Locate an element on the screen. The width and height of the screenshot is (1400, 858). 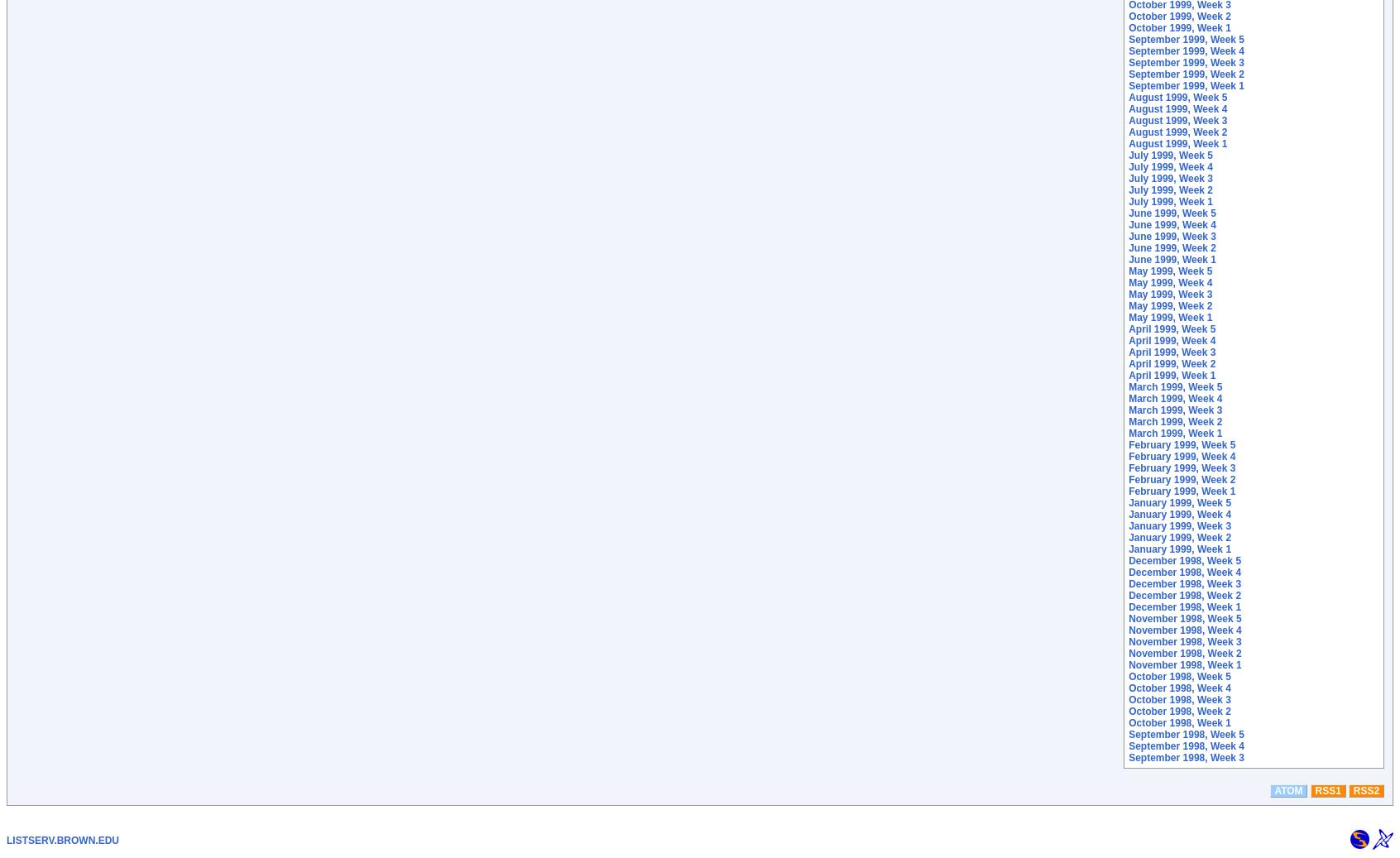
'March 1999, Week 2' is located at coordinates (1174, 420).